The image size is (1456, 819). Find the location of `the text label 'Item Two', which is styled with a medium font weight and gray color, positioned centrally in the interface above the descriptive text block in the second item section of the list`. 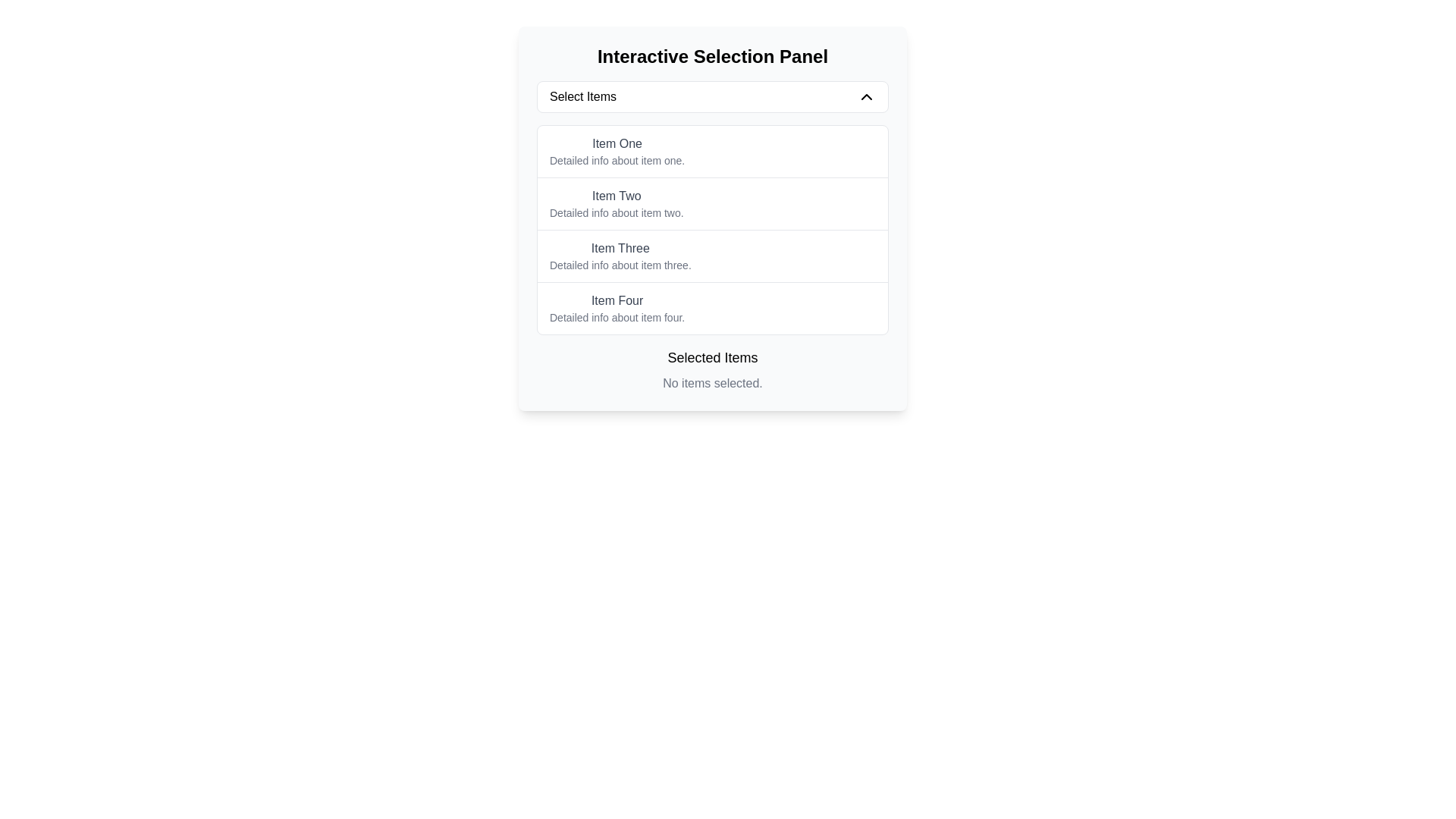

the text label 'Item Two', which is styled with a medium font weight and gray color, positioned centrally in the interface above the descriptive text block in the second item section of the list is located at coordinates (617, 195).